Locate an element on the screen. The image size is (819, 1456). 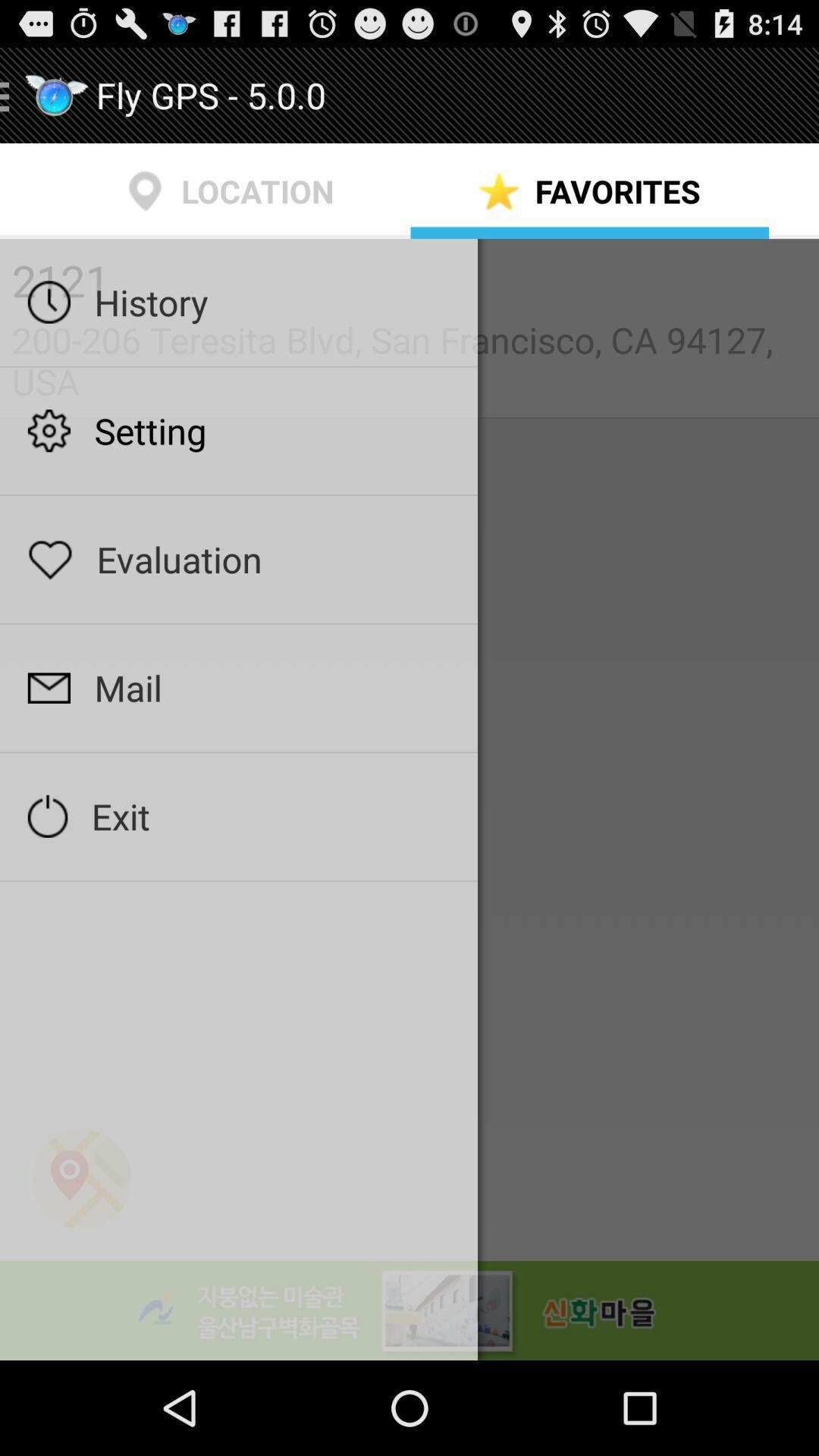
the location icon is located at coordinates (81, 1262).